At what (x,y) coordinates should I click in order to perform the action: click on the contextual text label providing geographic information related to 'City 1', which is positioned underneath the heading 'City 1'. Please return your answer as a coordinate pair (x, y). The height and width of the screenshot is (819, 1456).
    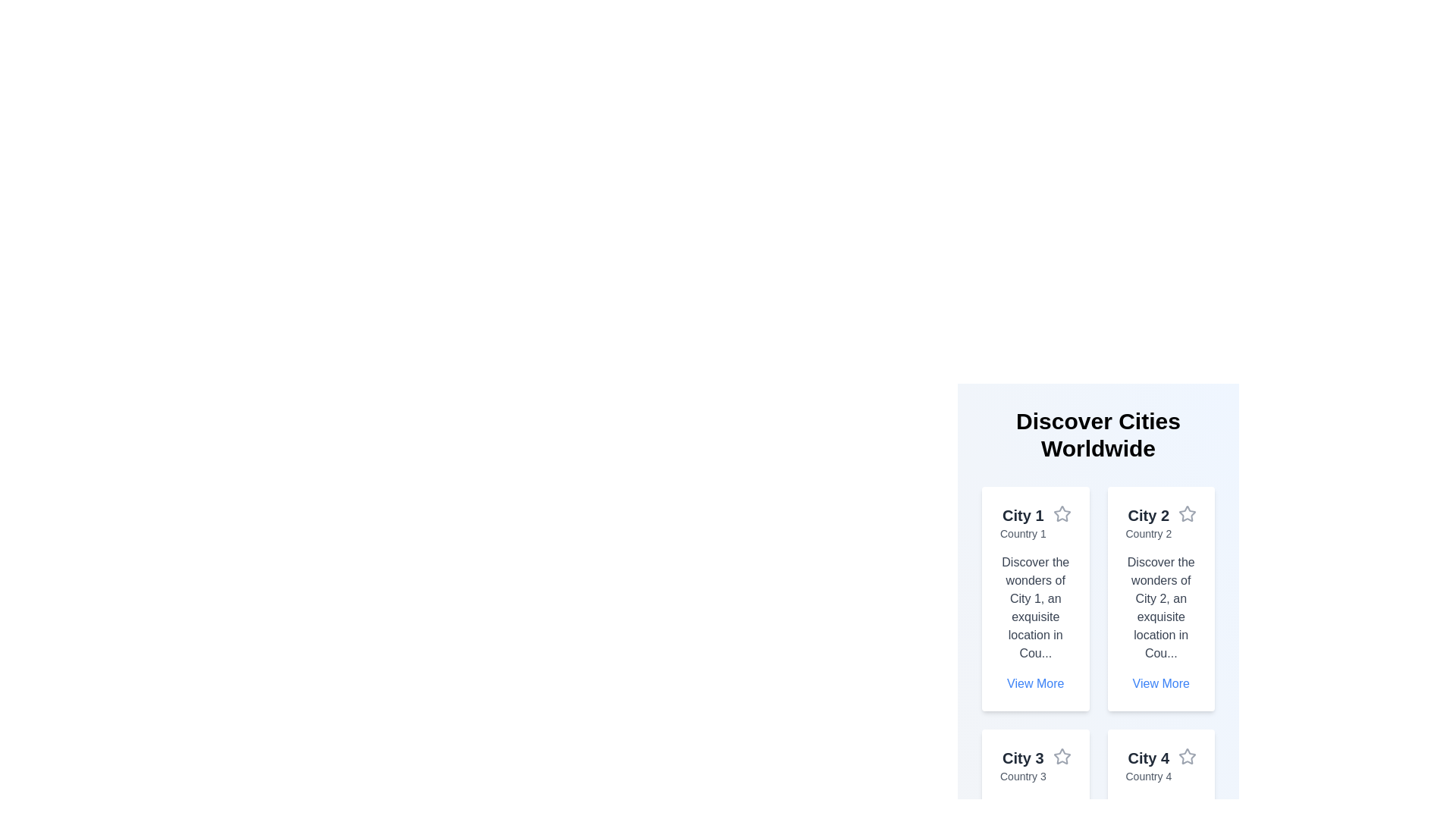
    Looking at the image, I should click on (1023, 533).